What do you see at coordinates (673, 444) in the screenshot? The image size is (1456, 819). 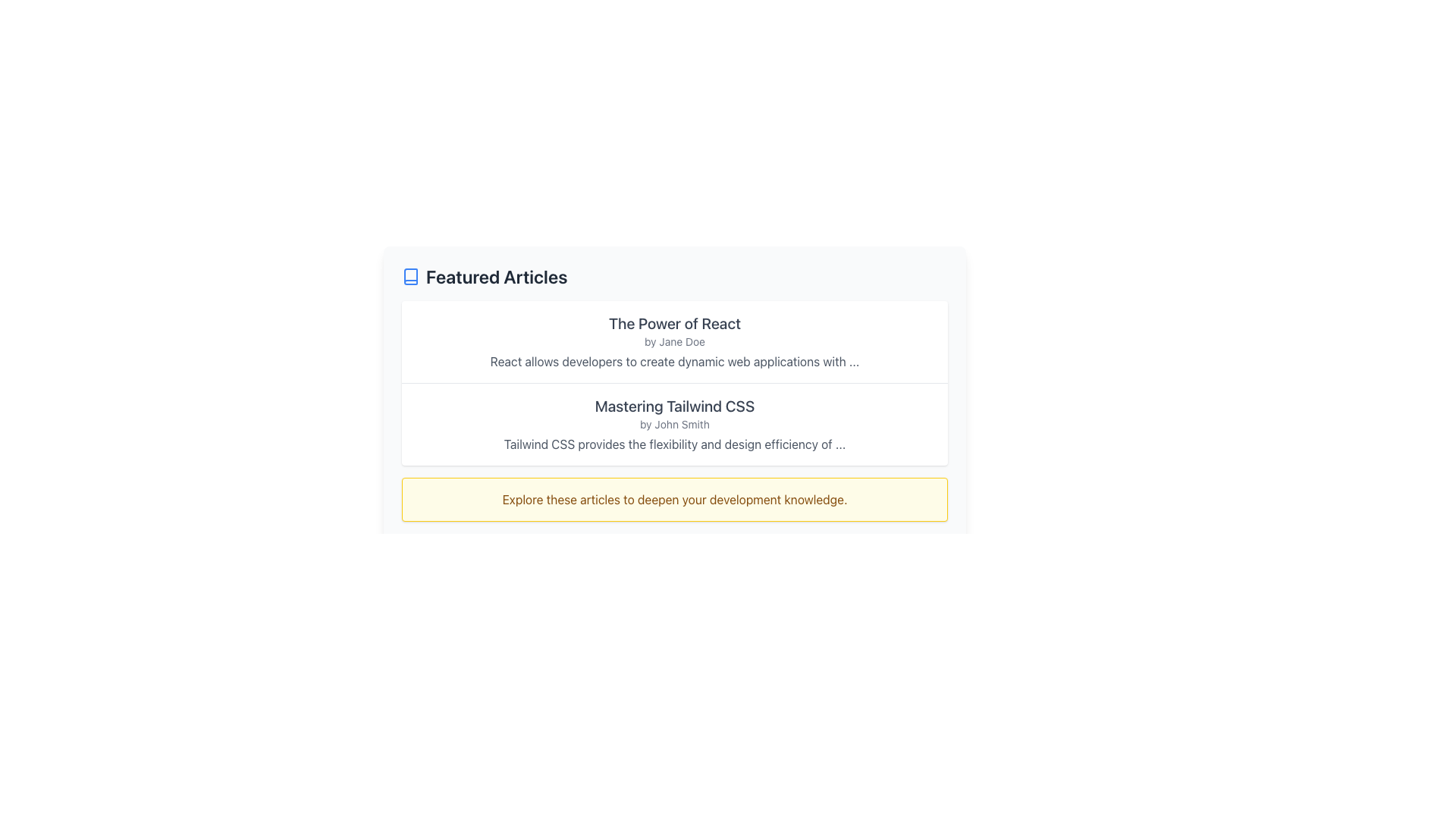 I see `the descriptive text block providing information about the article 'Mastering Tailwind CSS', located under the 'Featured Articles' section` at bounding box center [673, 444].